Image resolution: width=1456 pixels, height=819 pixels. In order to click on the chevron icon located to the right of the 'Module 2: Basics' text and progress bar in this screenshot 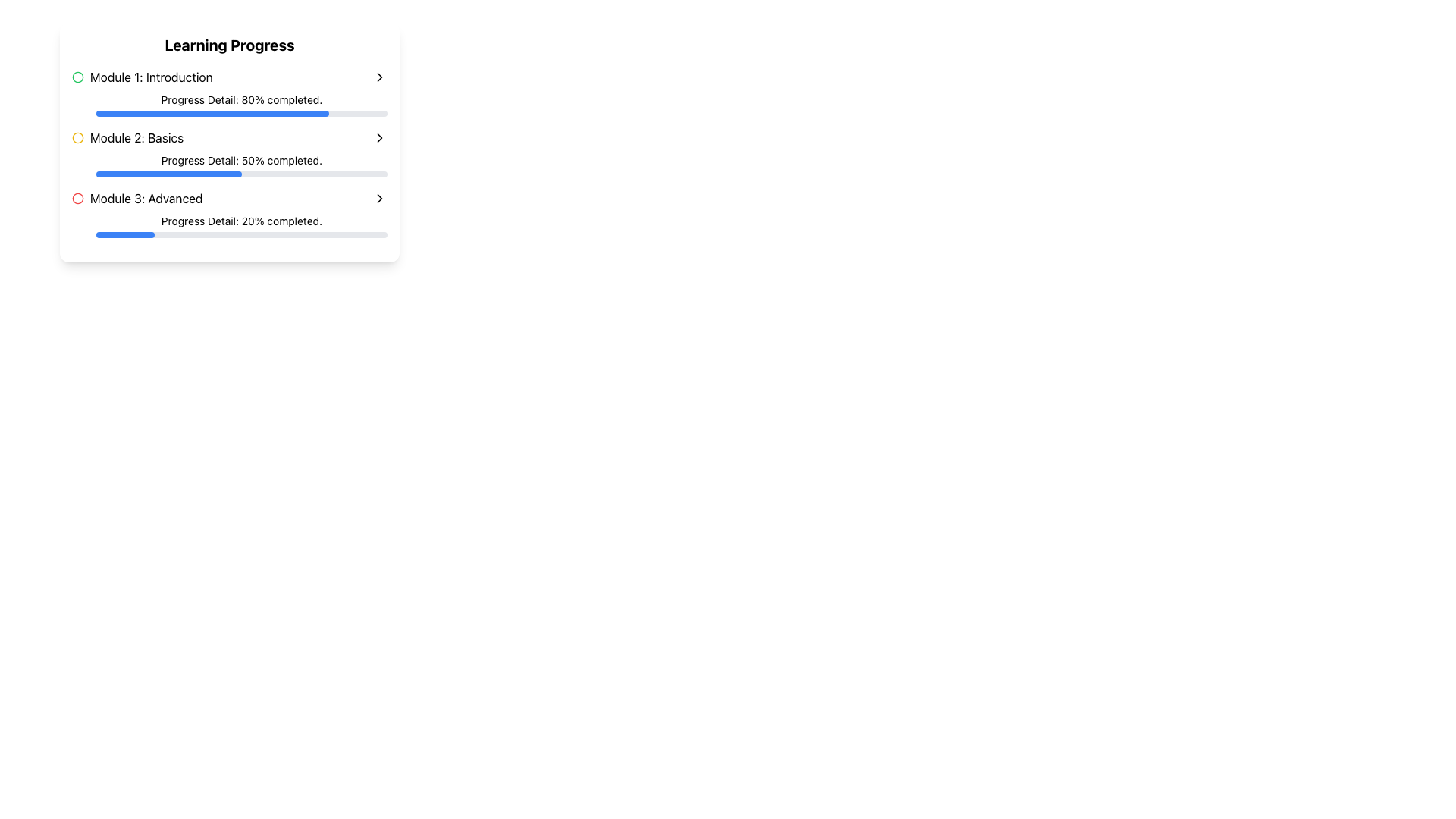, I will do `click(379, 137)`.